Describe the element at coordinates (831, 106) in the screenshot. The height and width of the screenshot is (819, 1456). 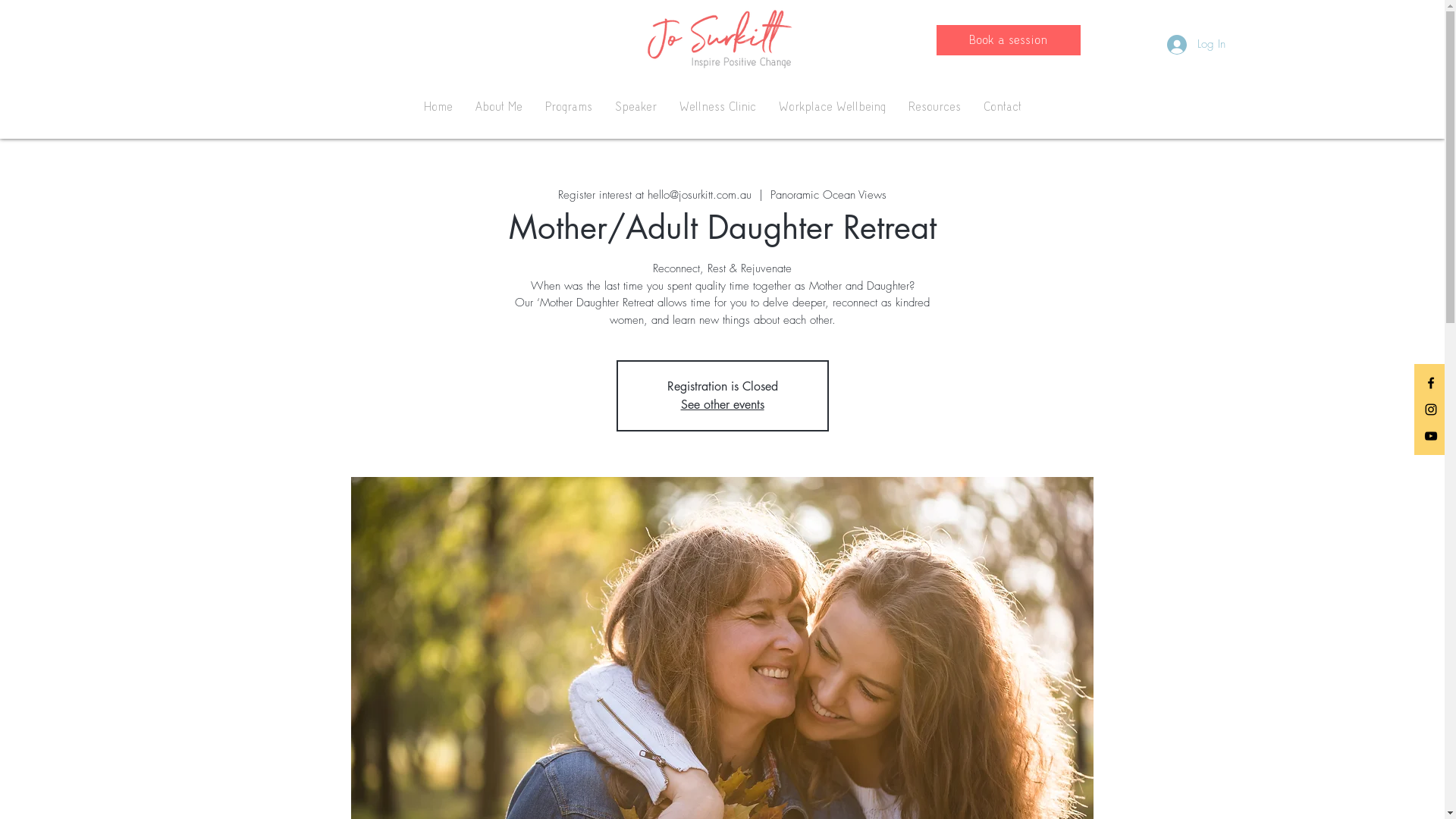
I see `'Workplace Wellbeing'` at that location.